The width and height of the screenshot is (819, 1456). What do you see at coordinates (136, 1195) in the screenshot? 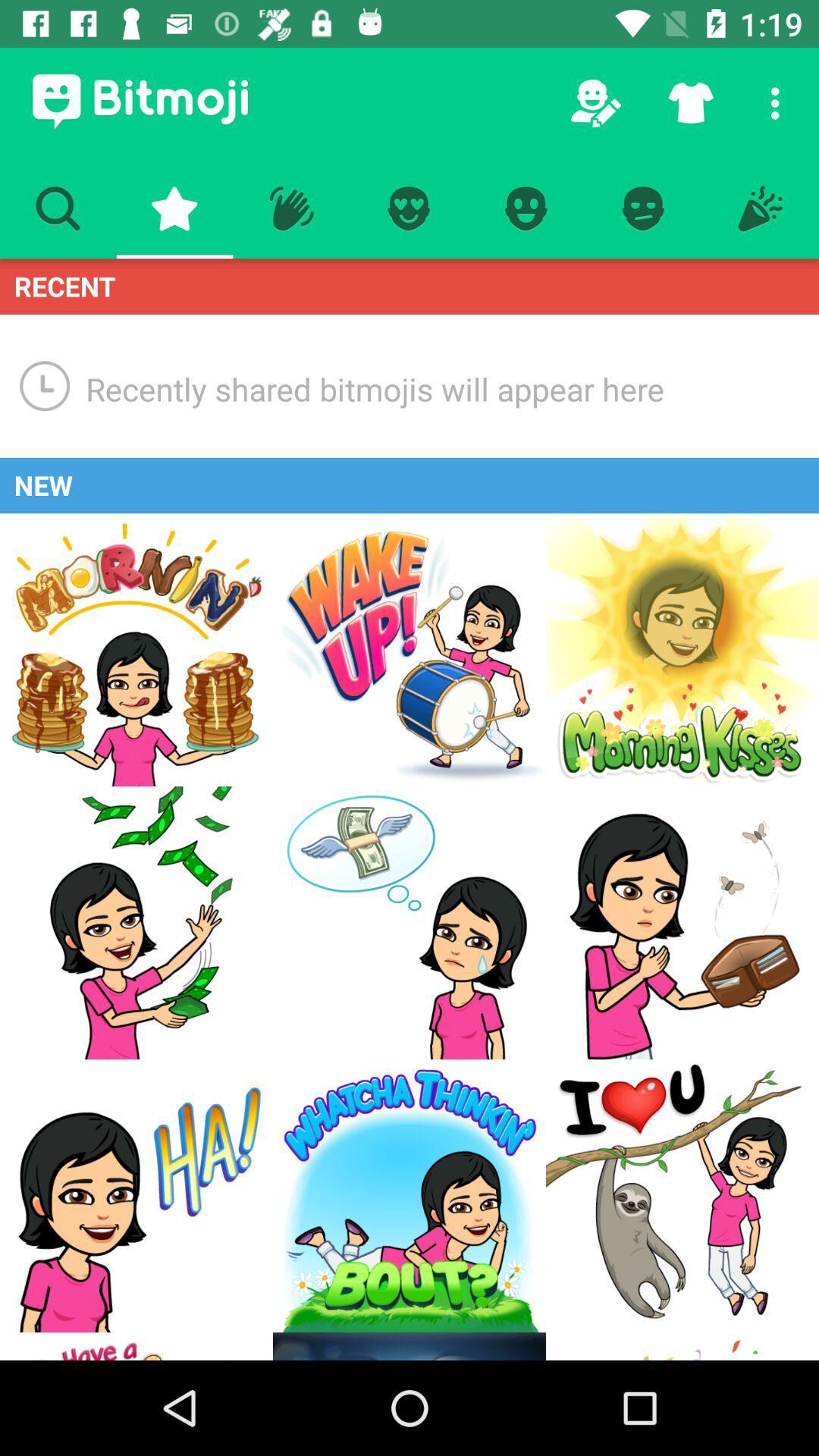
I see `bitmoji ha` at bounding box center [136, 1195].